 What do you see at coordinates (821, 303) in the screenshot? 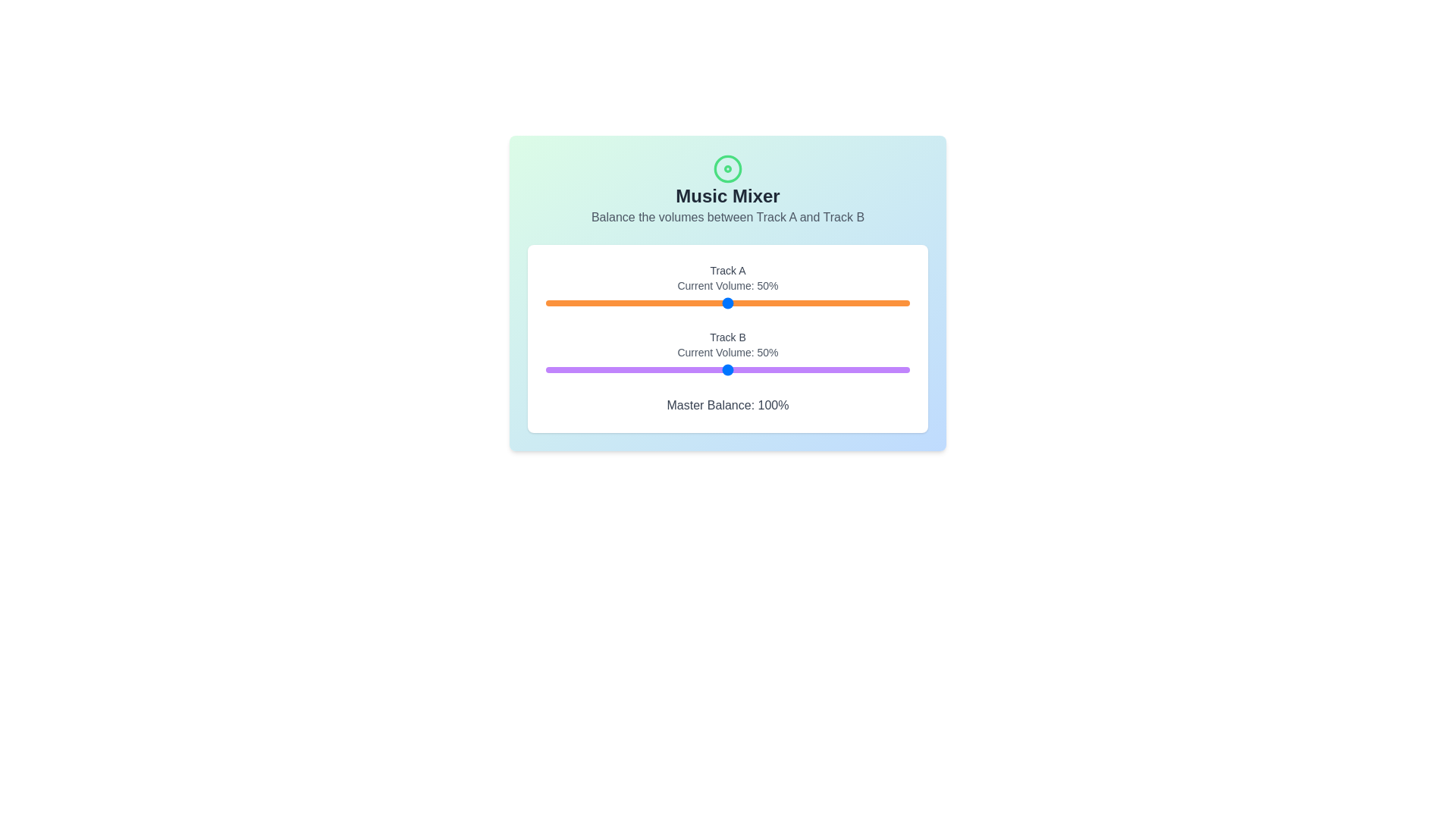
I see `the volume for Track A to 76% by interacting with the slider` at bounding box center [821, 303].